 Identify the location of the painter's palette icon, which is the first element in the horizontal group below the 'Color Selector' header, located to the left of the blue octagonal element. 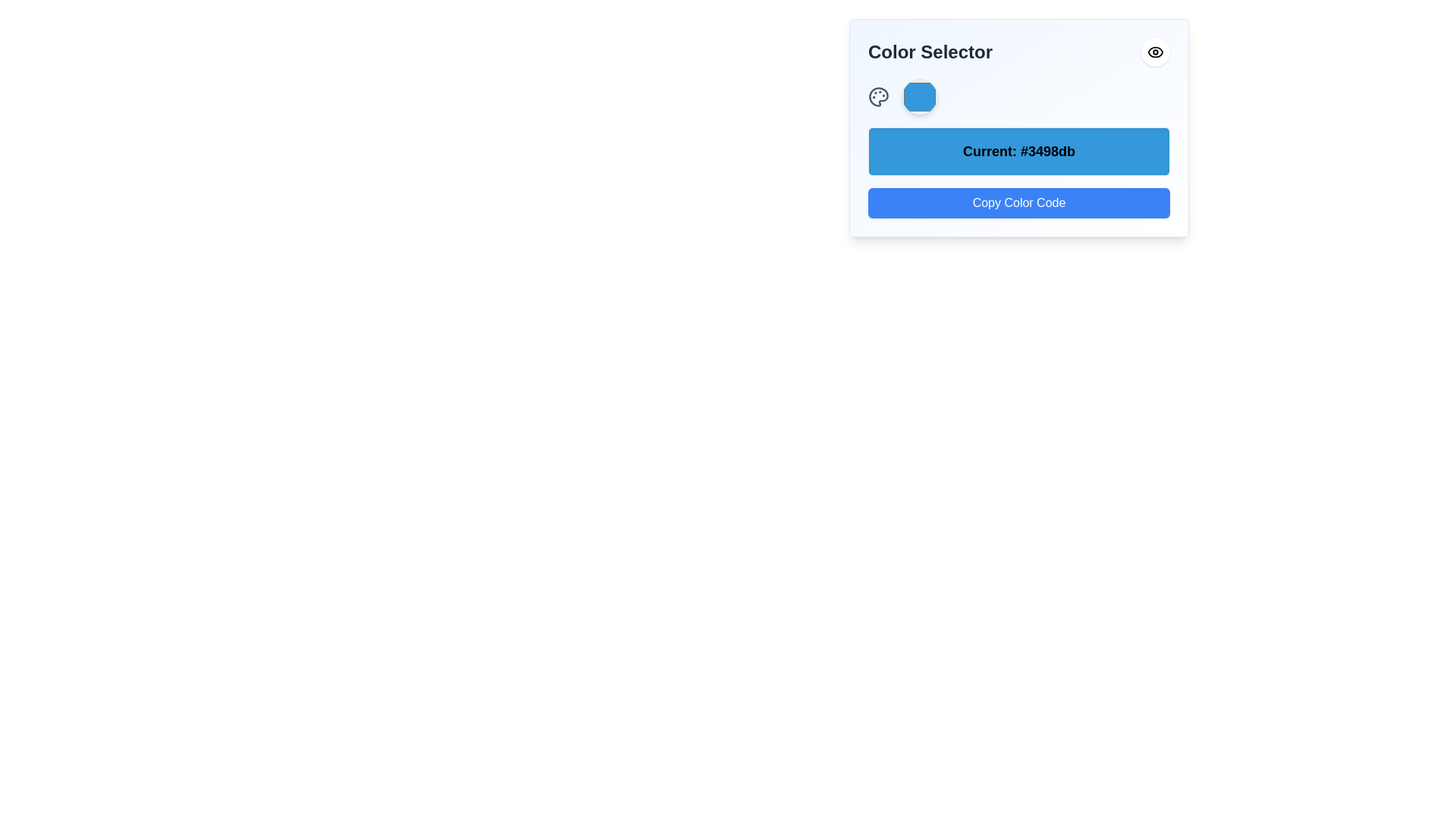
(878, 96).